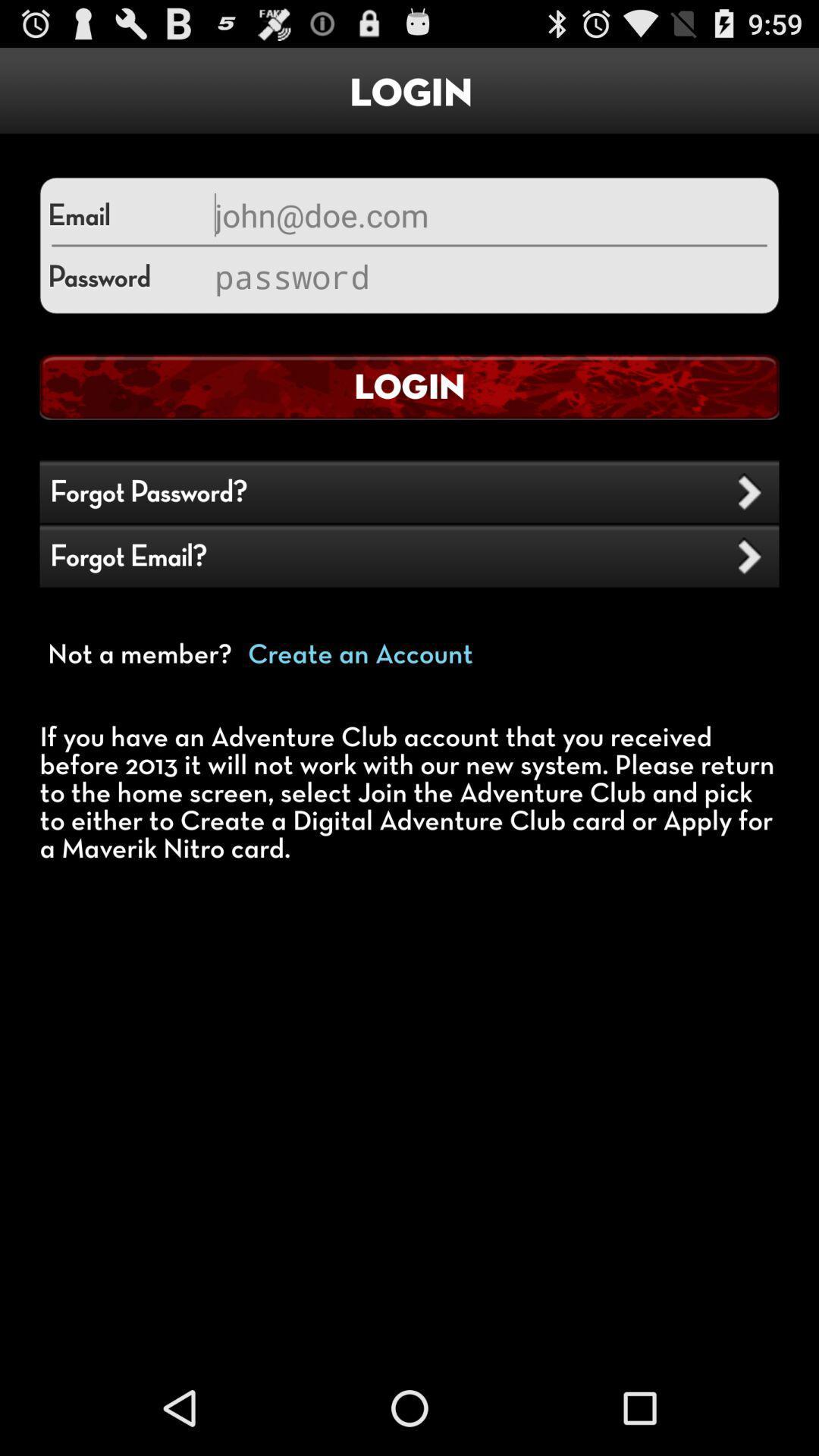  I want to click on the email, so click(488, 214).